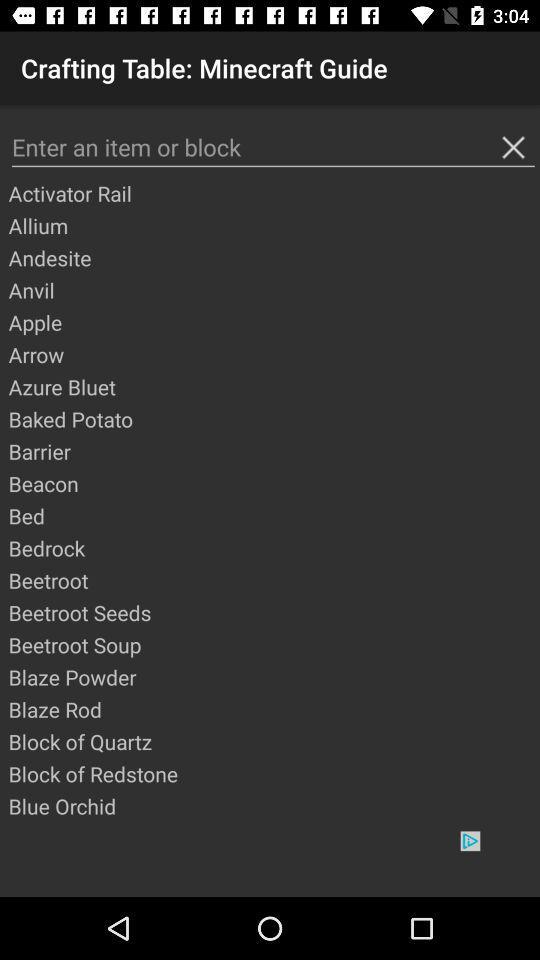  I want to click on icon above the activator rail, so click(272, 146).